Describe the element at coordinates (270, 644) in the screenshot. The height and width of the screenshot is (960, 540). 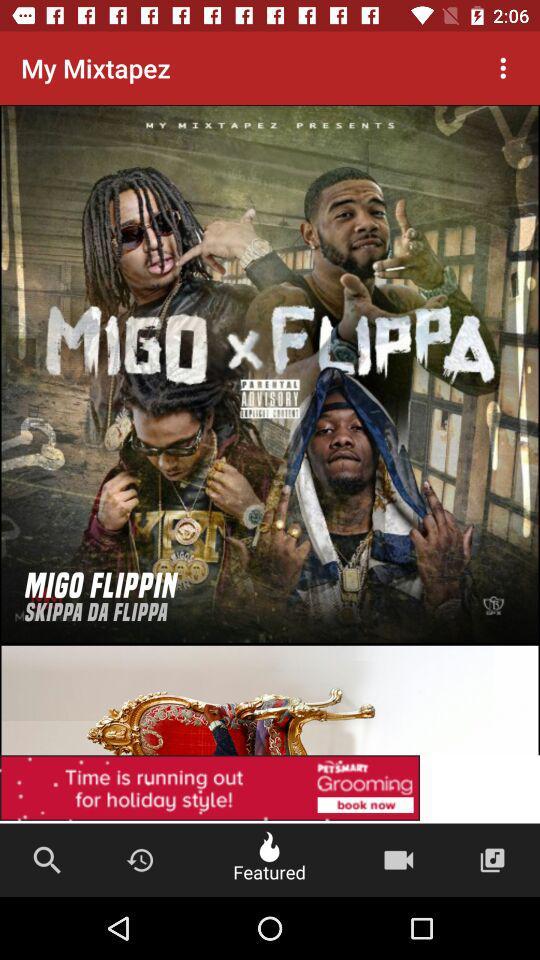
I see `advertisement` at that location.